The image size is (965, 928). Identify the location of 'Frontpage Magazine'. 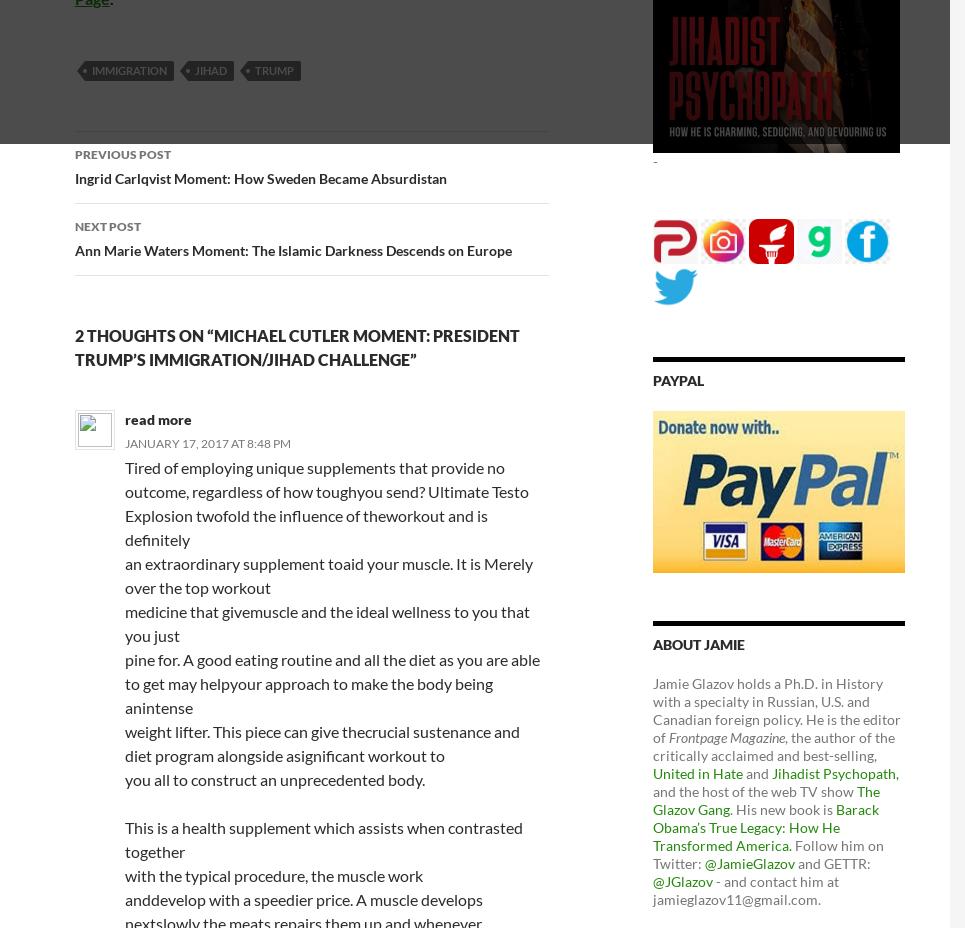
(727, 735).